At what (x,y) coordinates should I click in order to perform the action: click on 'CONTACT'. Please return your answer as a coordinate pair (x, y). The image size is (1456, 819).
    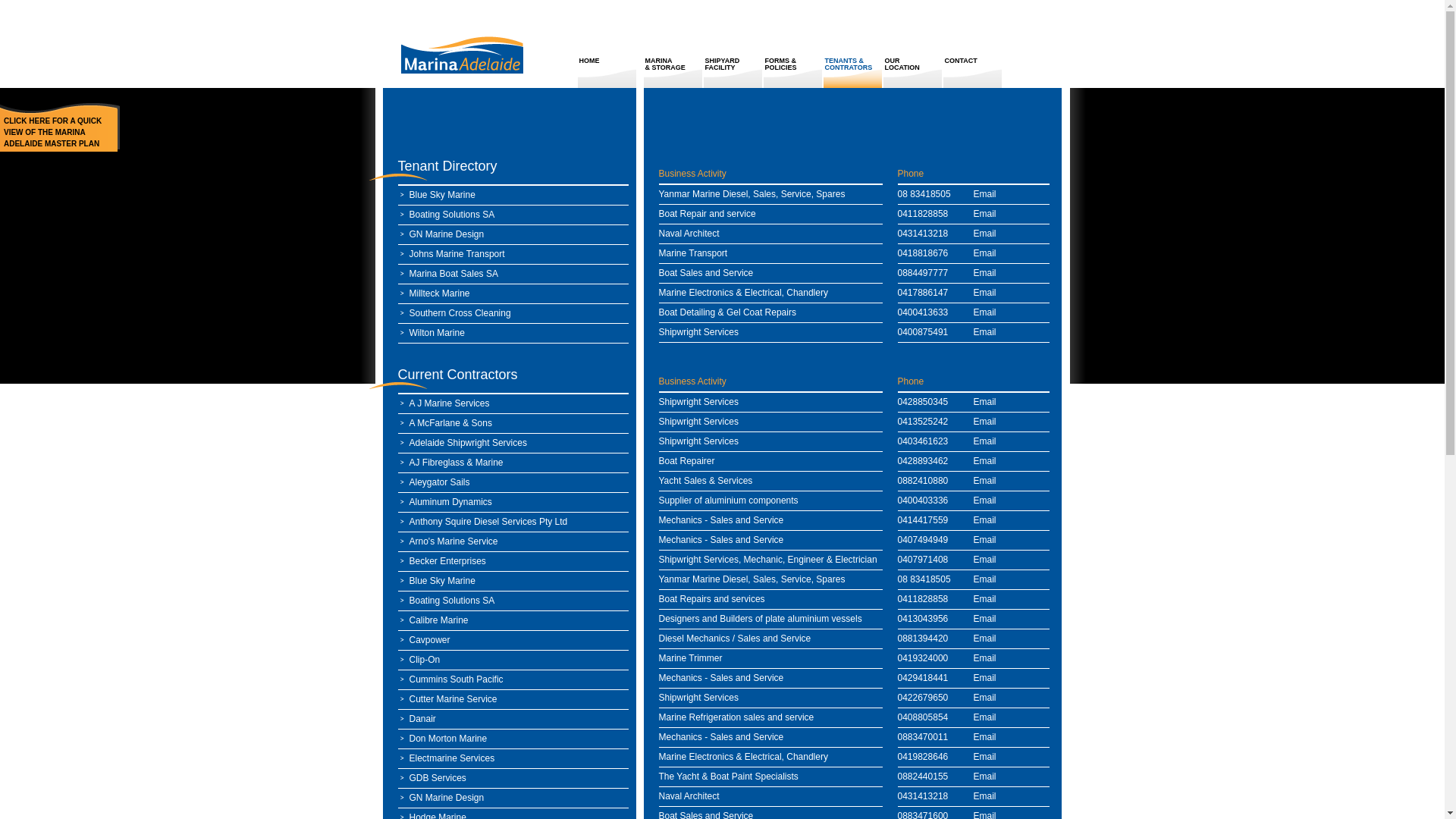
    Looking at the image, I should click on (942, 73).